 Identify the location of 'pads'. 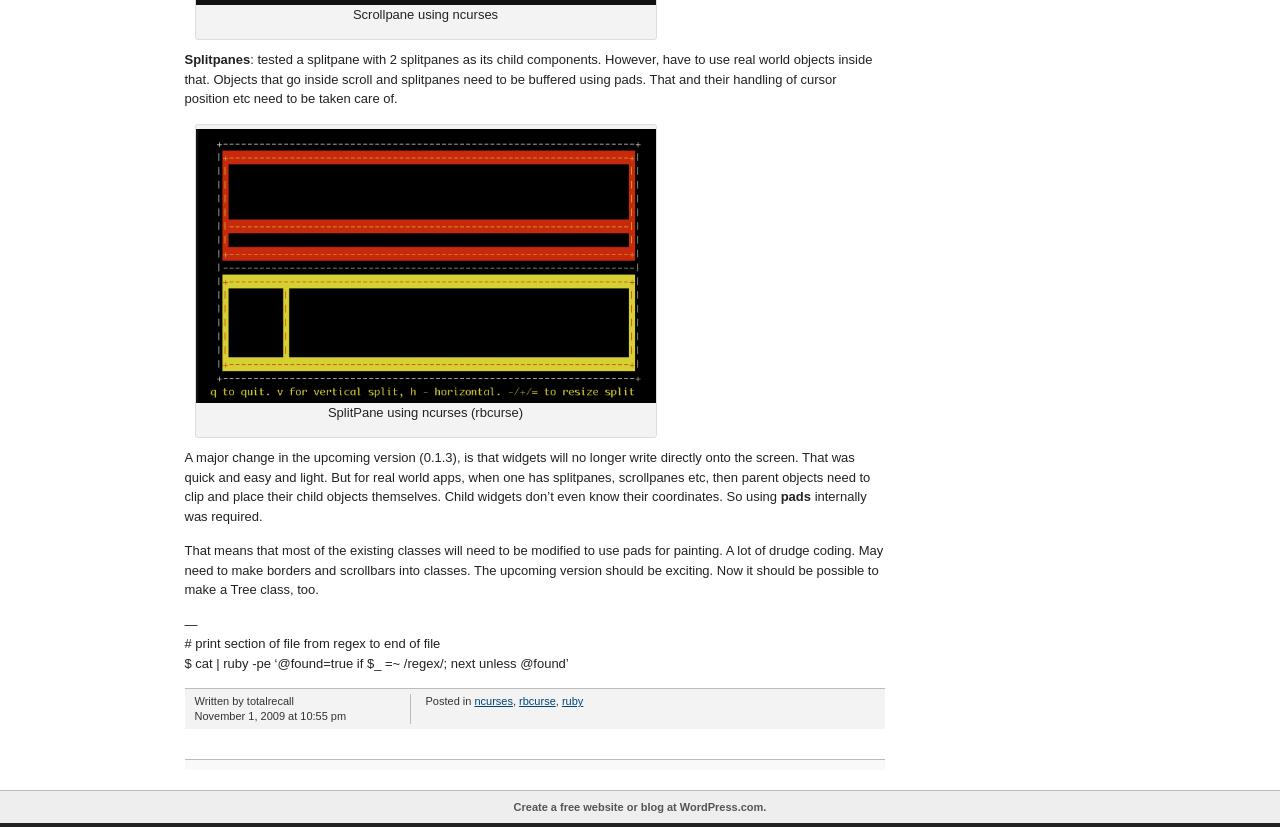
(794, 495).